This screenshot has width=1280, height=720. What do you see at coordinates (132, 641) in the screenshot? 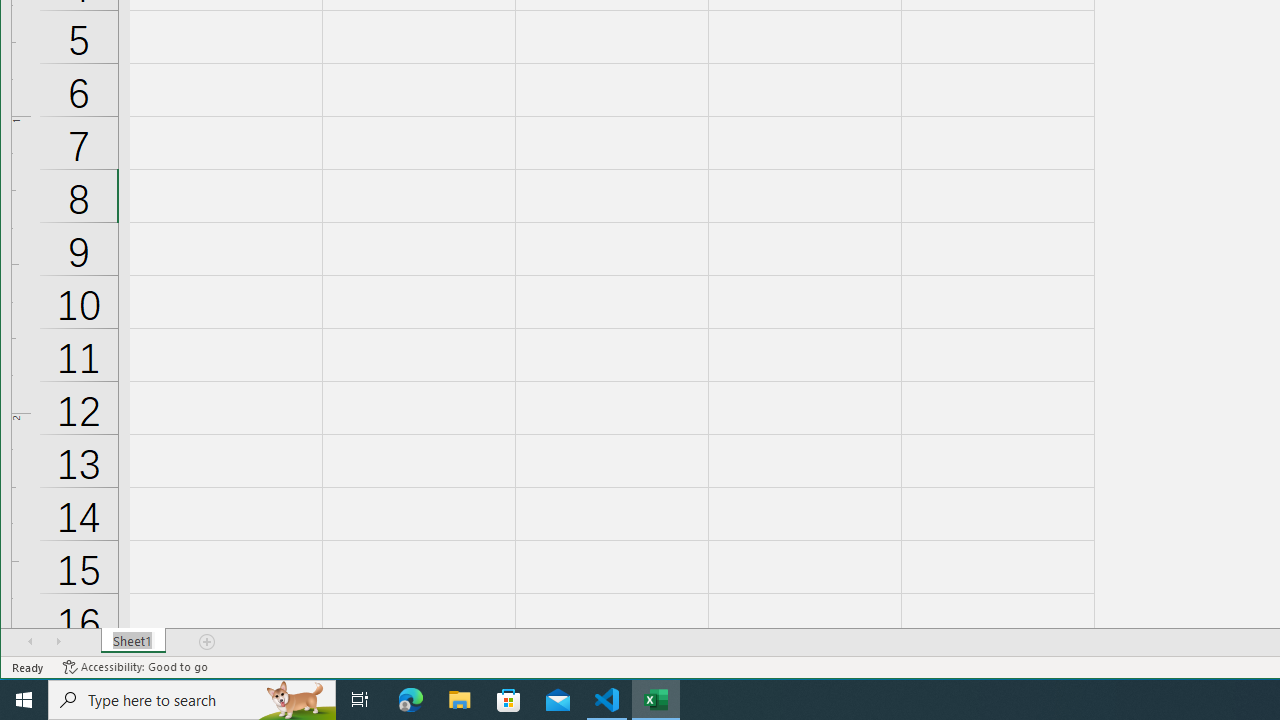
I see `'Sheet Tab'` at bounding box center [132, 641].